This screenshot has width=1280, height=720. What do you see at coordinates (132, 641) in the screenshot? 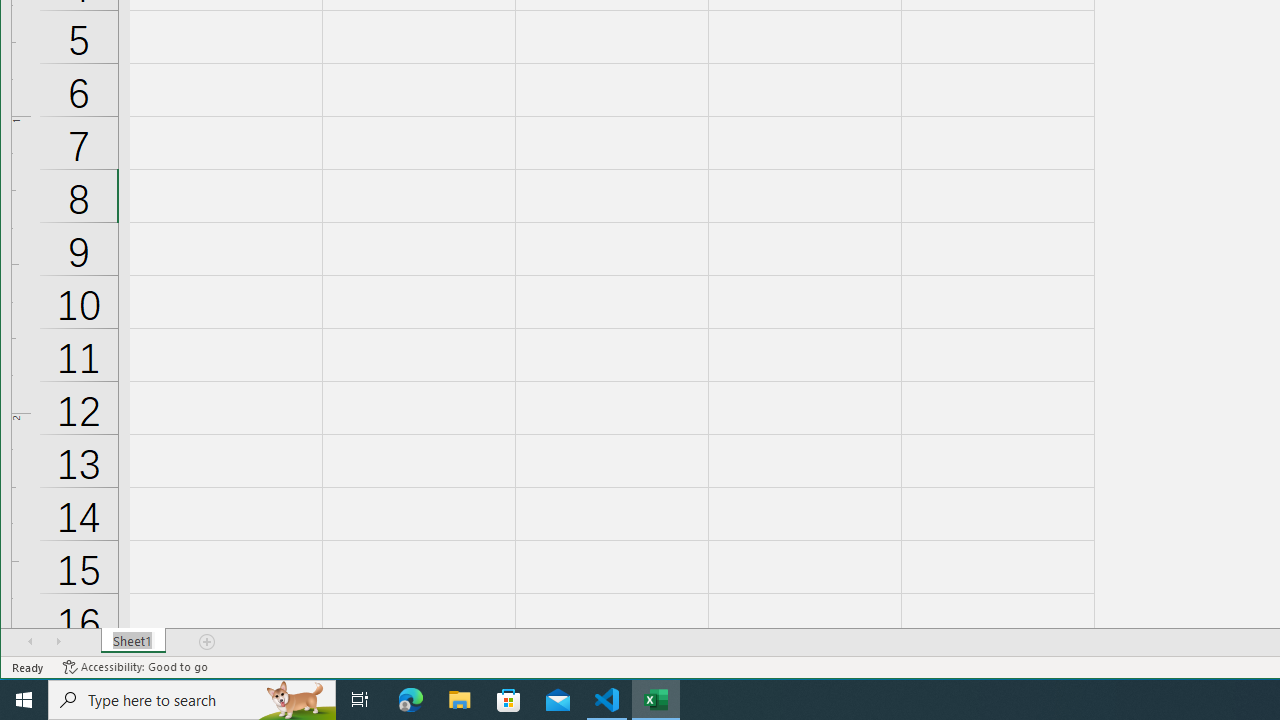
I see `'Sheet Tab'` at bounding box center [132, 641].